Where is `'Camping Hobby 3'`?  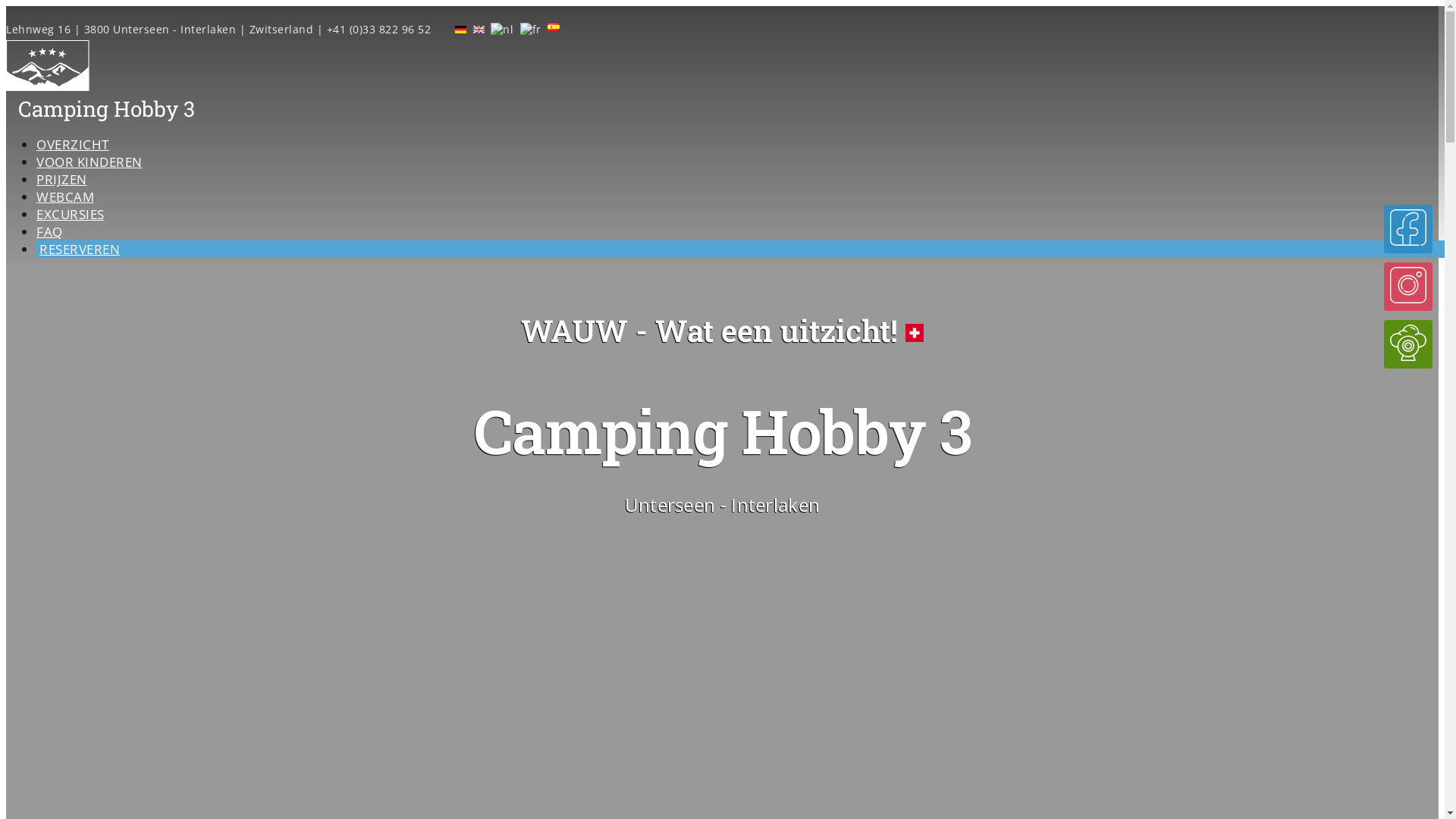 'Camping Hobby 3' is located at coordinates (18, 108).